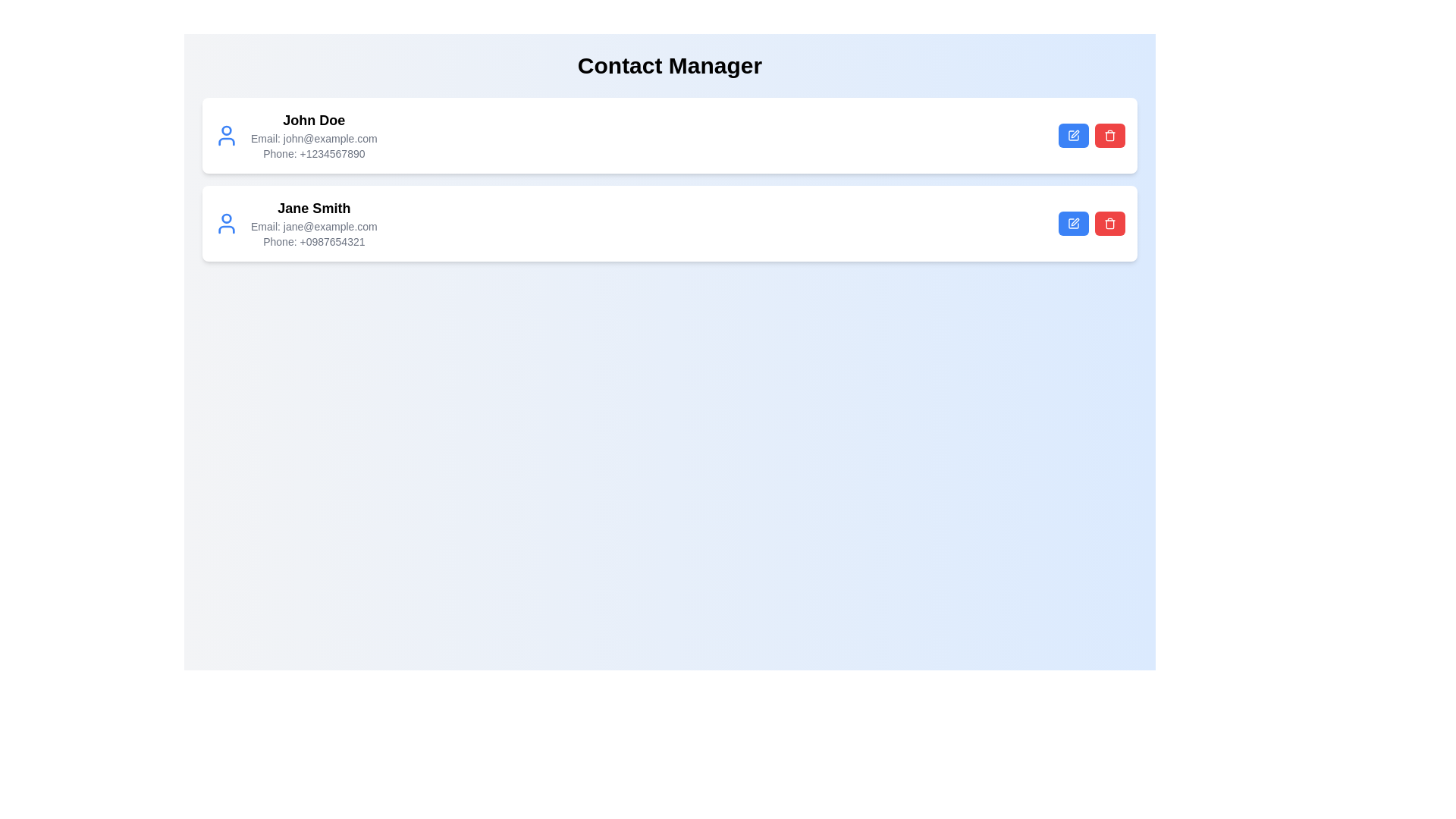 This screenshot has width=1456, height=819. Describe the element at coordinates (225, 218) in the screenshot. I see `circular head element of the user icon representing 'Jane Smith' in the browser developer tools` at that location.